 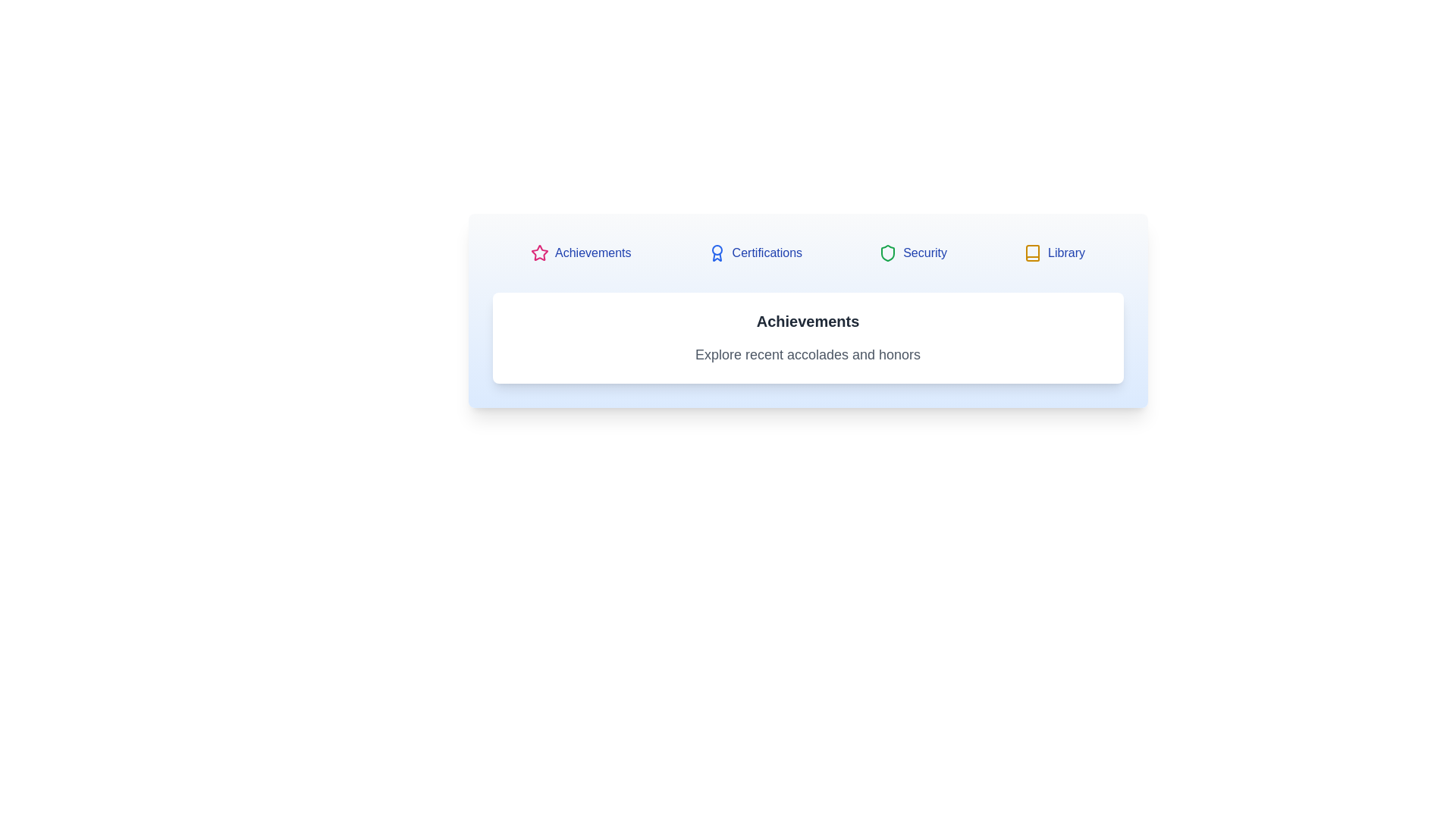 What do you see at coordinates (580, 253) in the screenshot?
I see `the tab corresponding to Achievements to switch sections` at bounding box center [580, 253].